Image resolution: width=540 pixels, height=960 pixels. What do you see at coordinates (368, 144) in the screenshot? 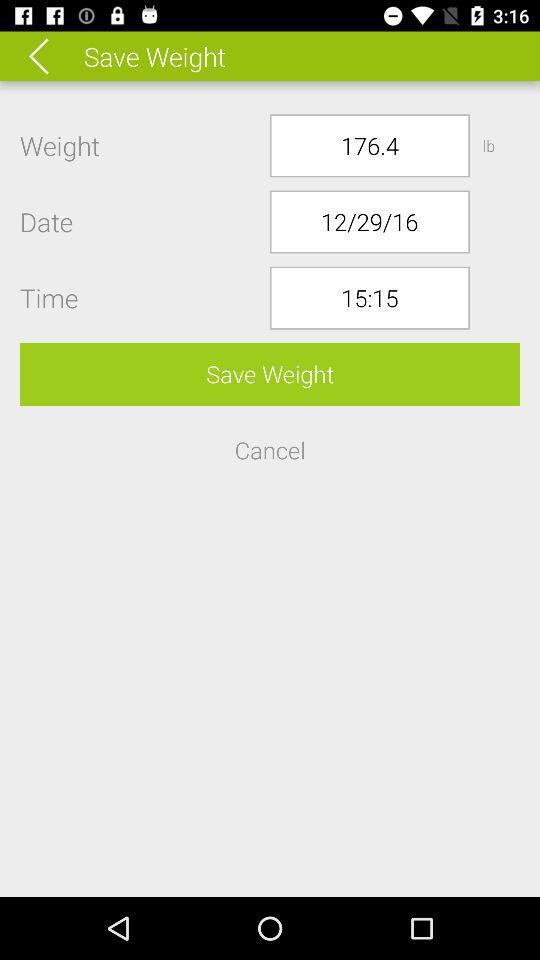
I see `the icon to the left of the lb` at bounding box center [368, 144].